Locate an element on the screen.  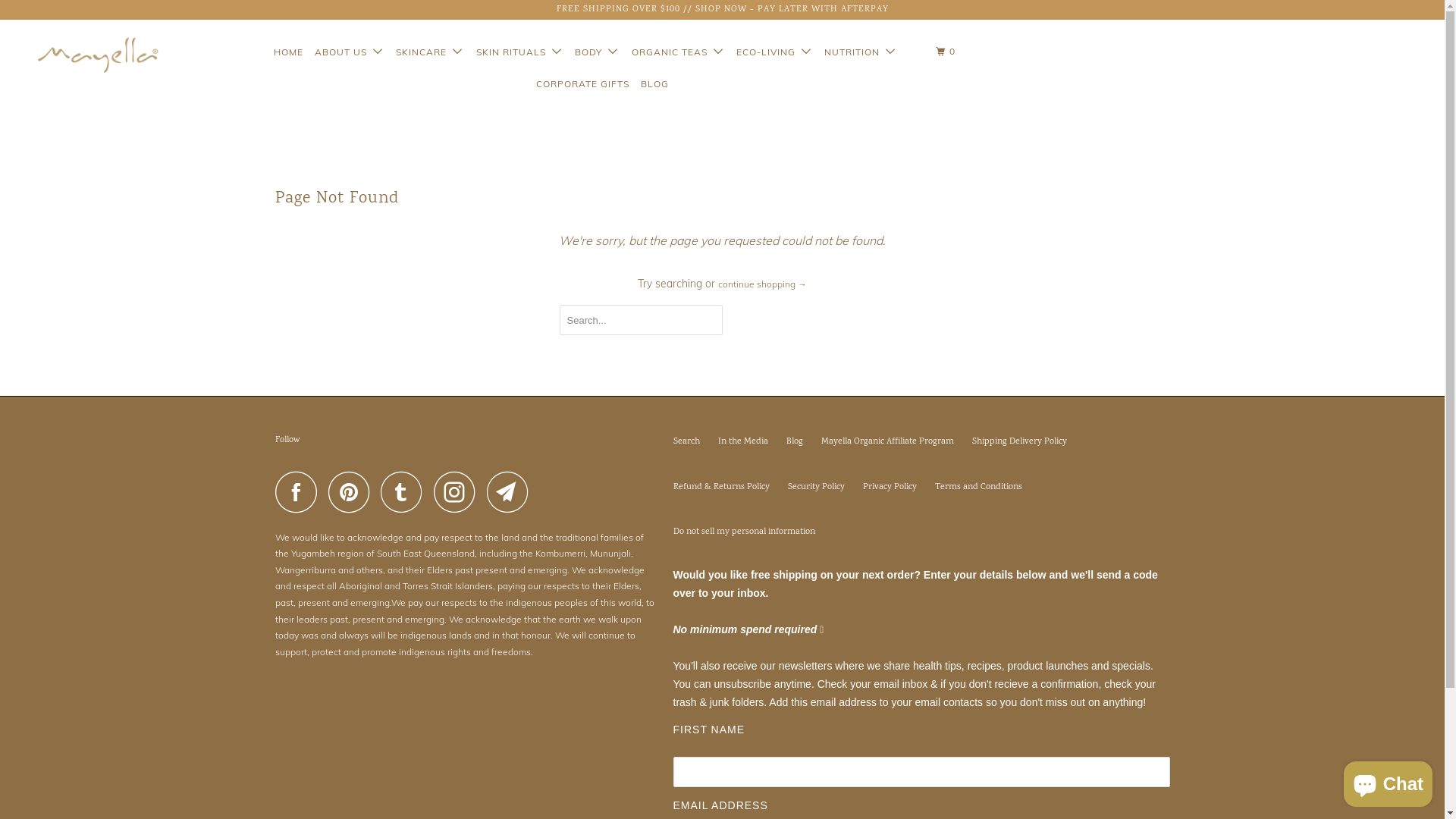
'Email Mayella Organics' is located at coordinates (512, 491).